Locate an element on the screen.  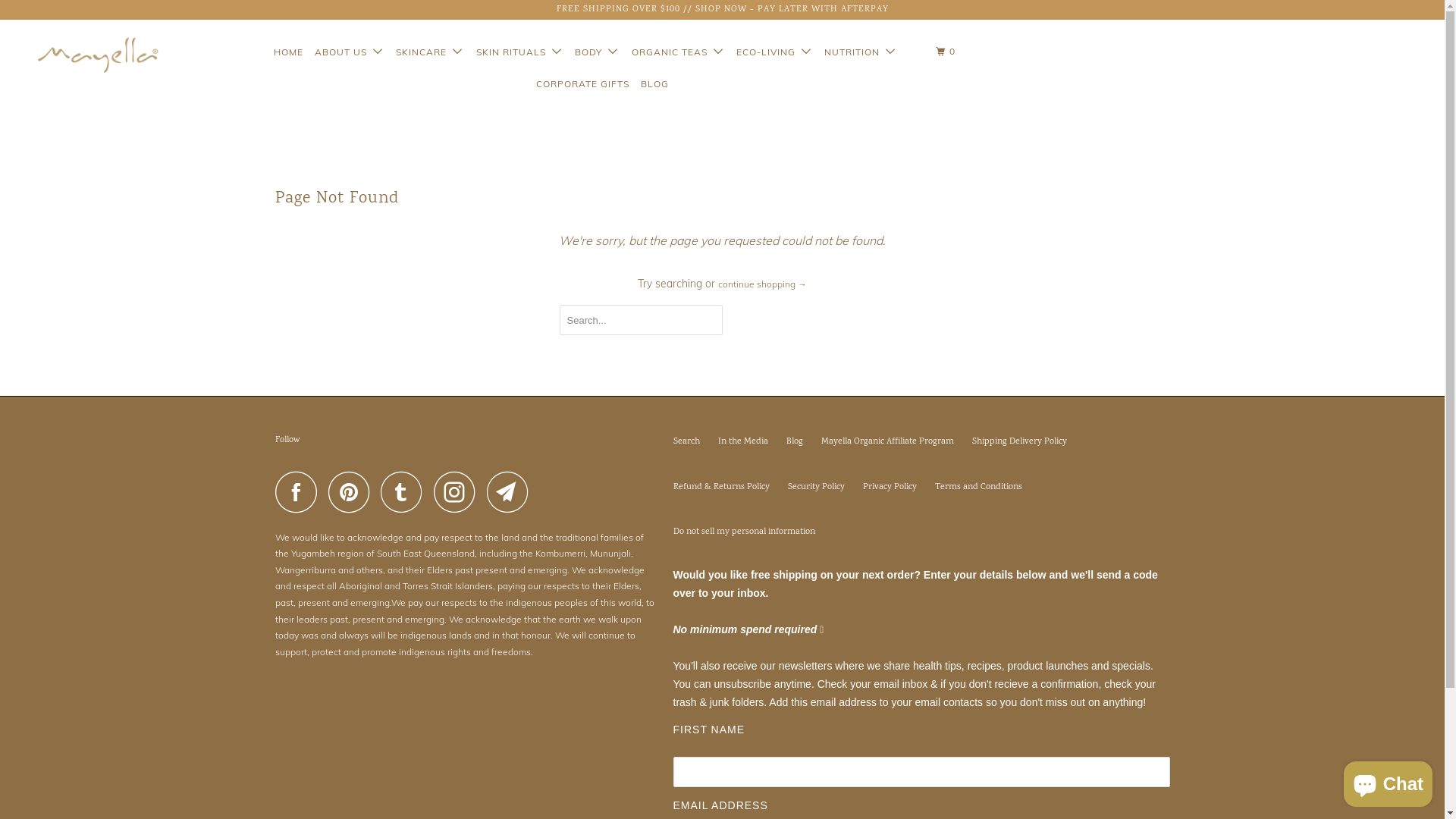
'Email Mayella Organics' is located at coordinates (512, 491).